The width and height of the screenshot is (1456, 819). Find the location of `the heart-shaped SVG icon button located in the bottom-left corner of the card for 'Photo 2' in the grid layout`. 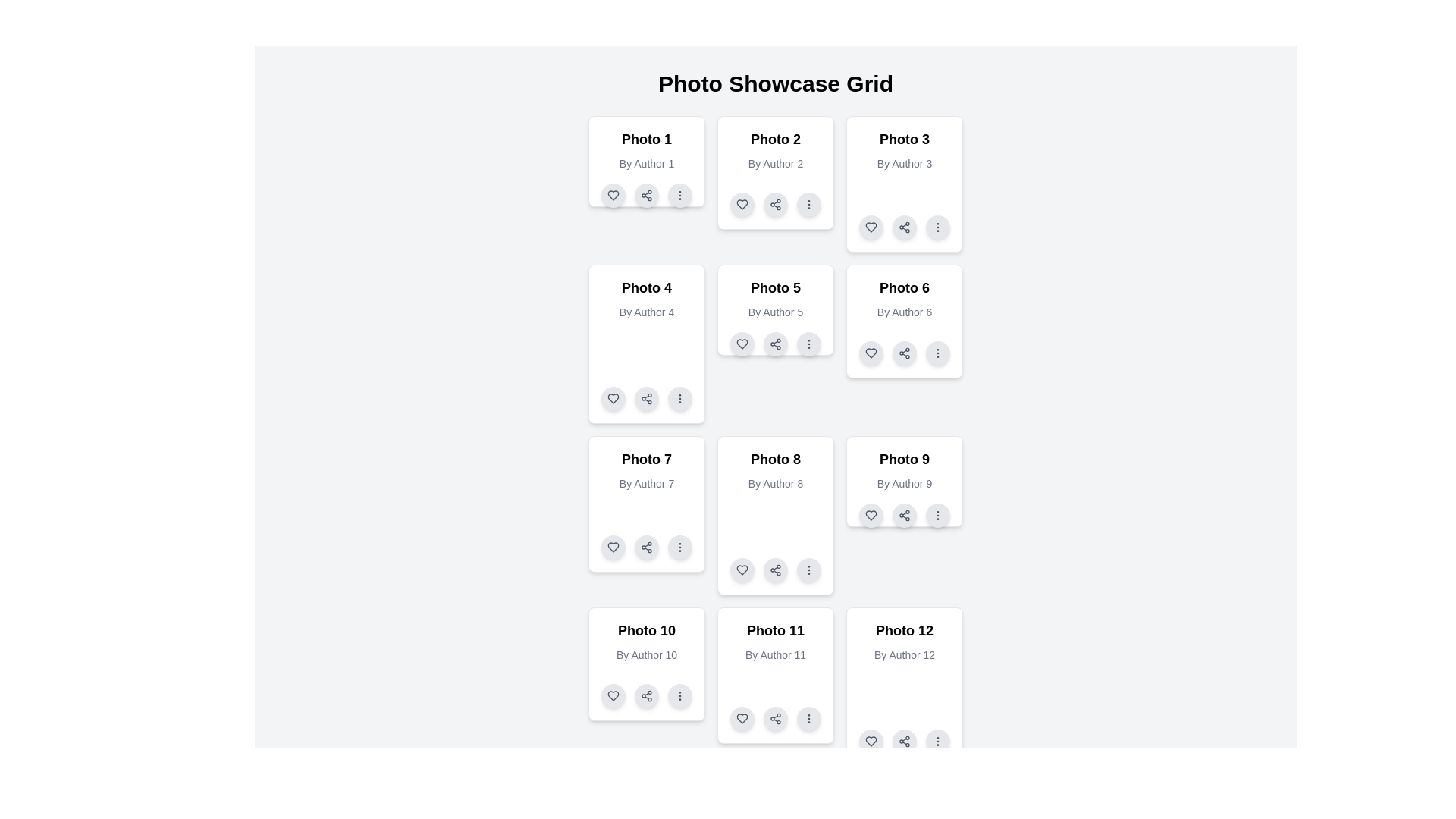

the heart-shaped SVG icon button located in the bottom-left corner of the card for 'Photo 2' in the grid layout is located at coordinates (742, 205).